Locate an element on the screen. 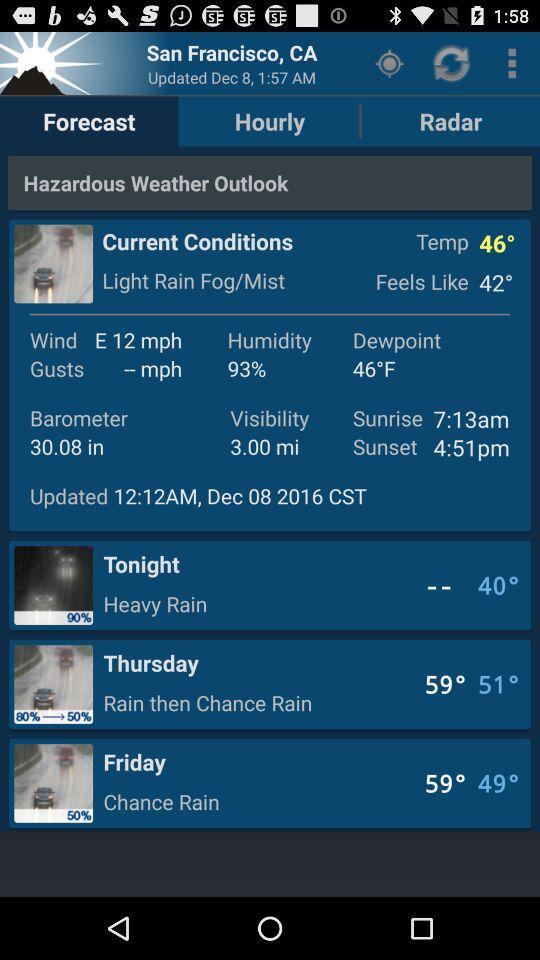  the close icon is located at coordinates (53, 67).